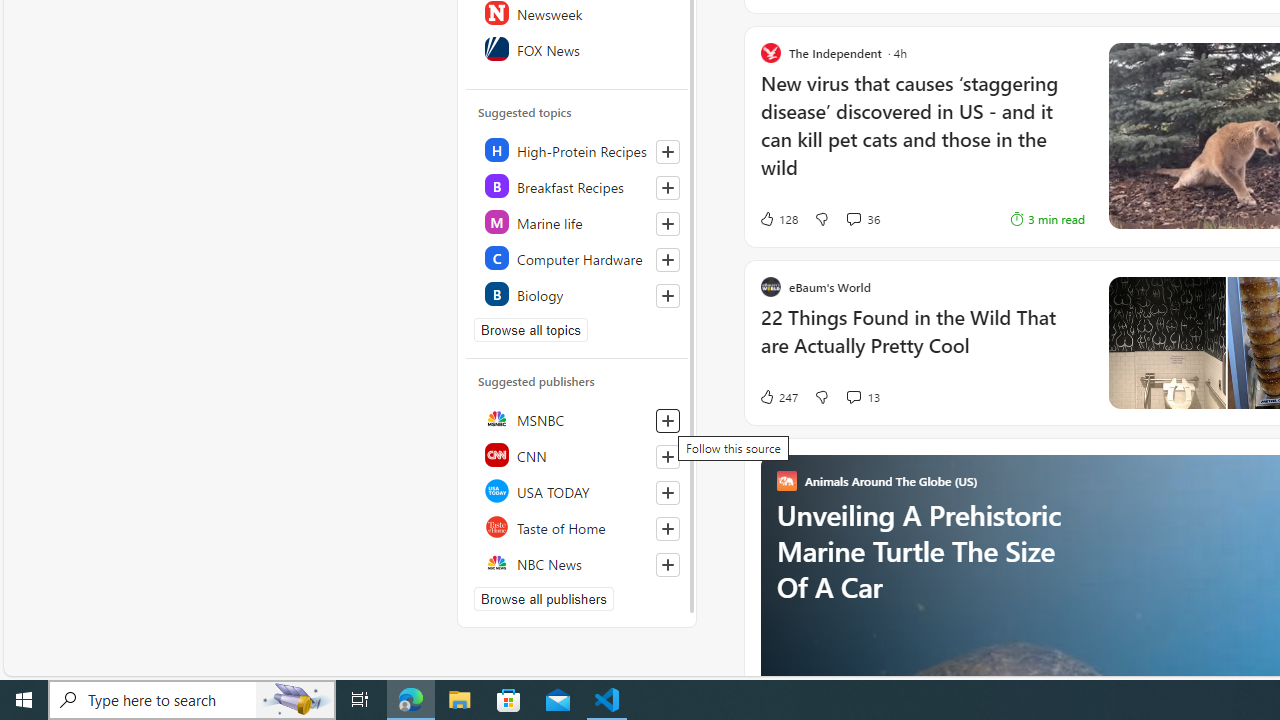  Describe the element at coordinates (853, 396) in the screenshot. I see `'View comments 13 Comment'` at that location.